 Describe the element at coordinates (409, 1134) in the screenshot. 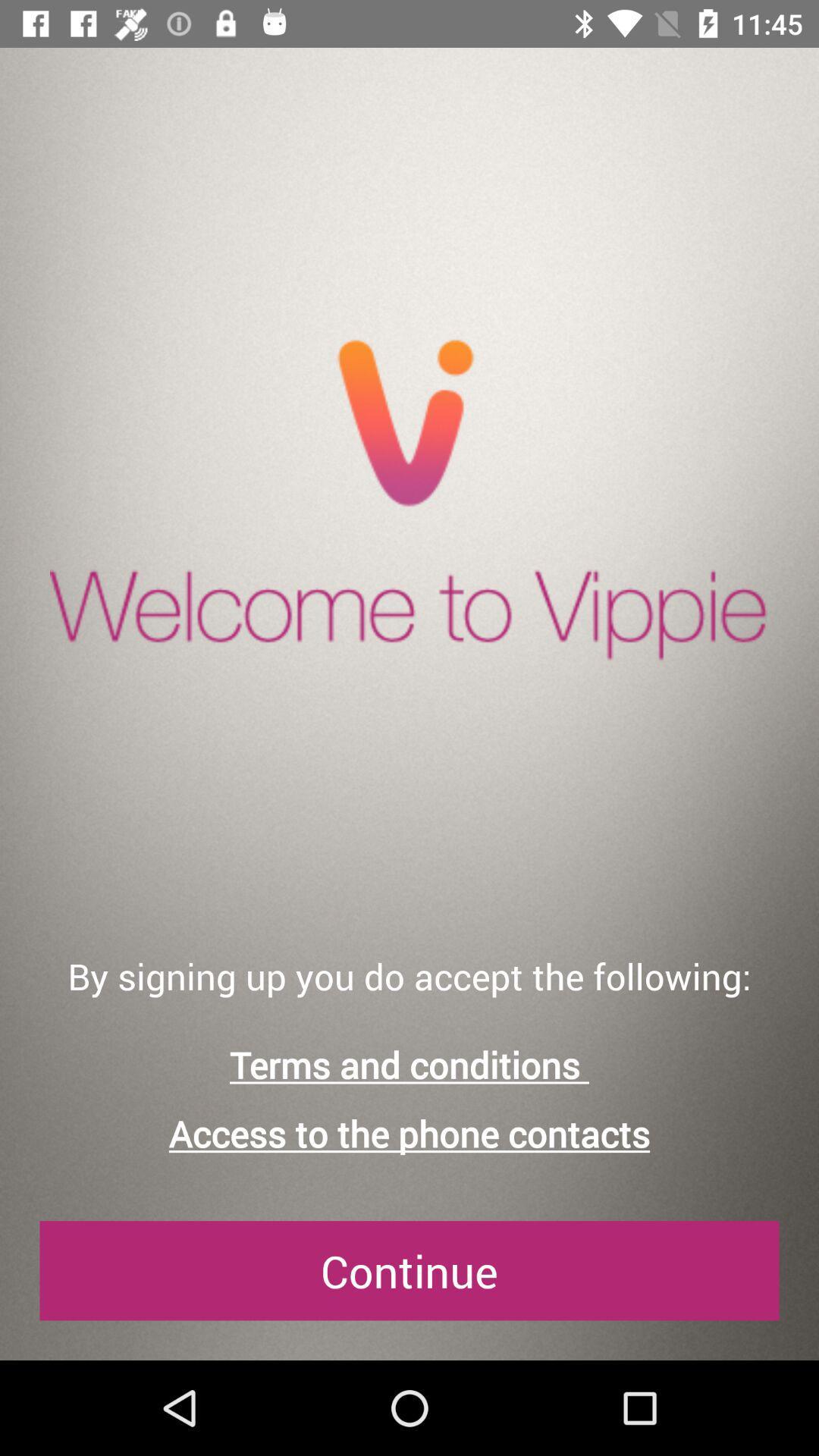

I see `access to the icon` at that location.